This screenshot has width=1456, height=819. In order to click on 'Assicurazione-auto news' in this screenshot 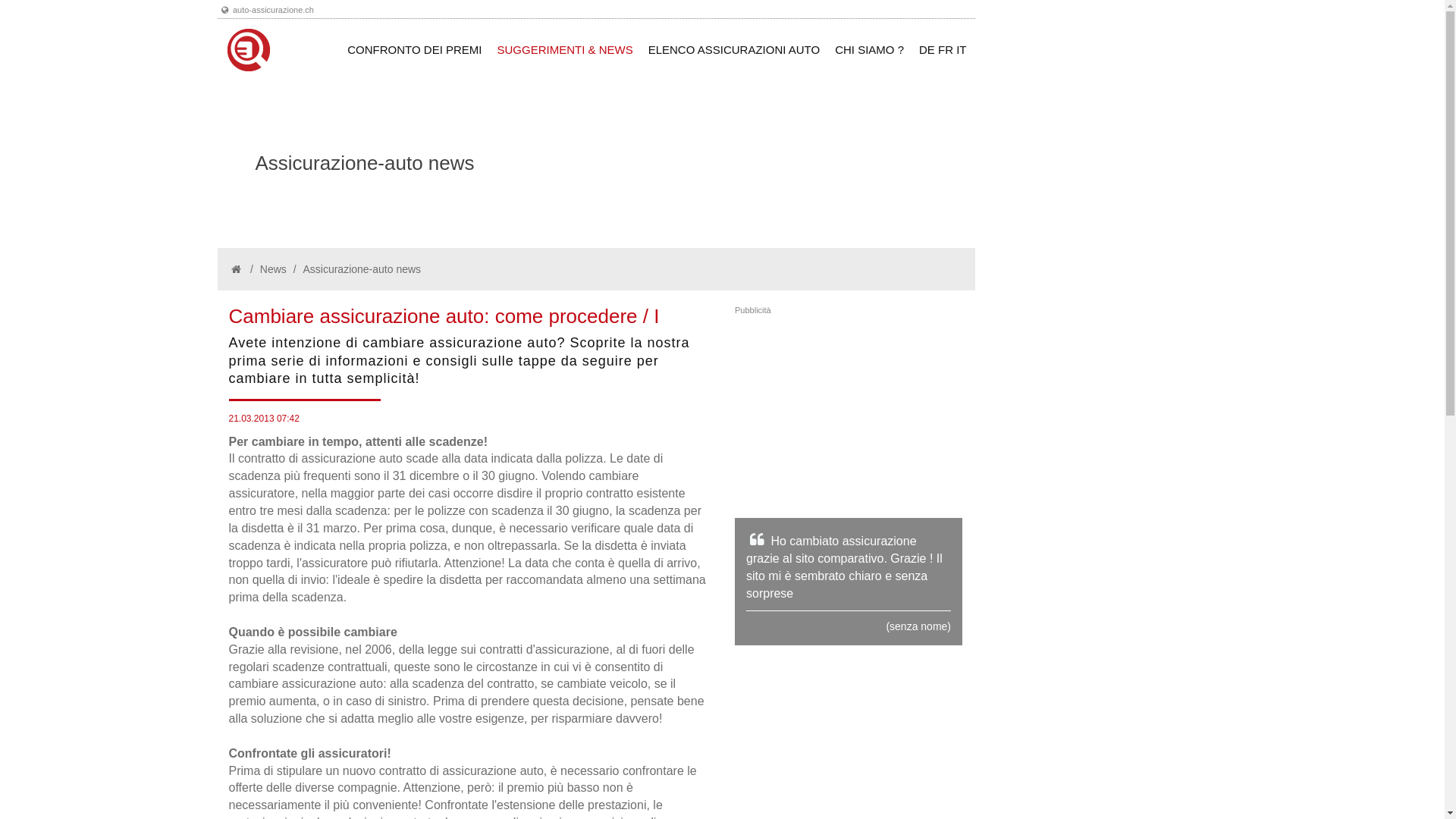, I will do `click(360, 268)`.